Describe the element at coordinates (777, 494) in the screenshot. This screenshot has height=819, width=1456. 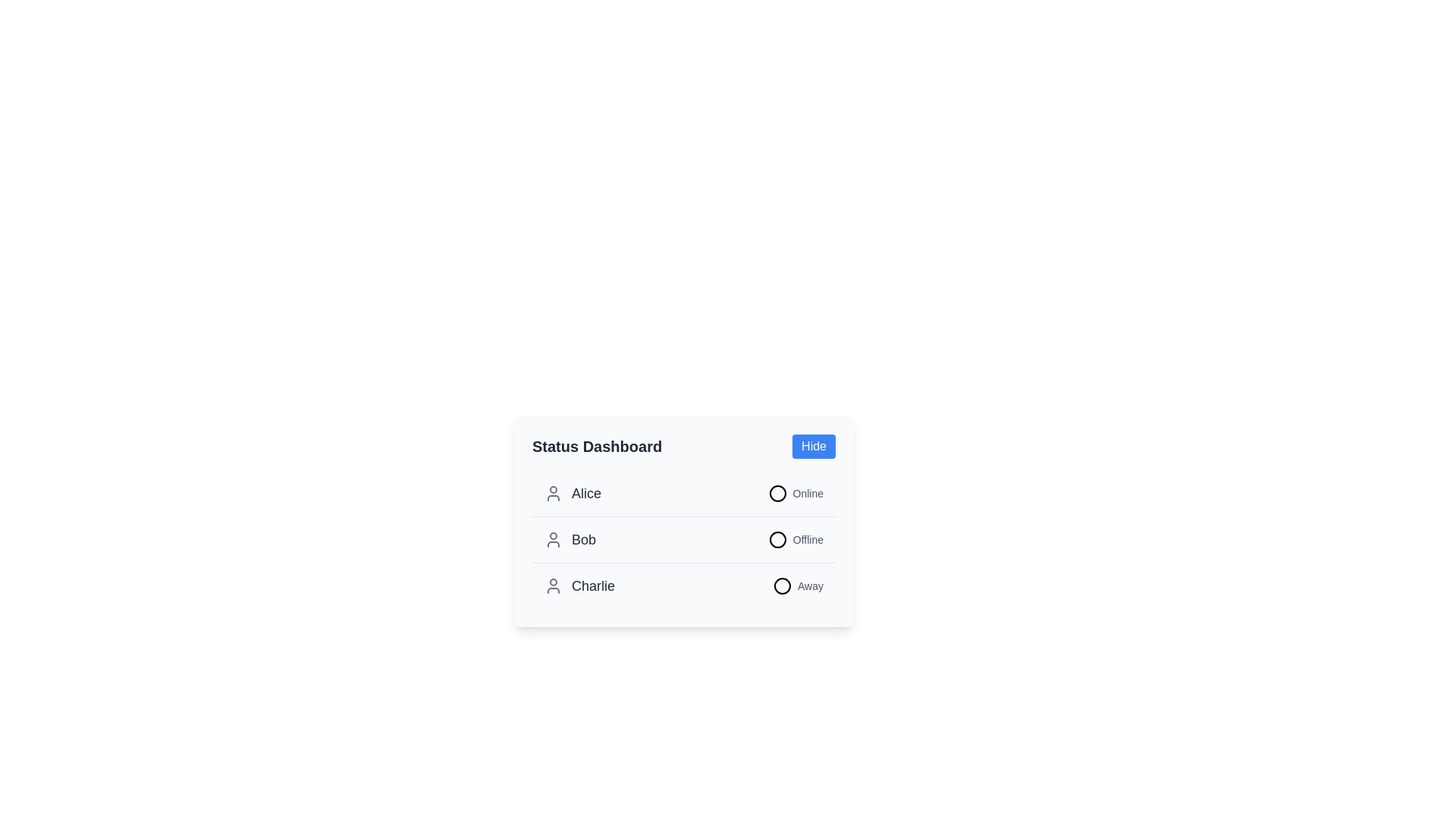
I see `the circular status icon with a black border and white-filled center located in the 'Status Dashboard' next to 'Alice' and preceding the 'Online' status text` at that location.